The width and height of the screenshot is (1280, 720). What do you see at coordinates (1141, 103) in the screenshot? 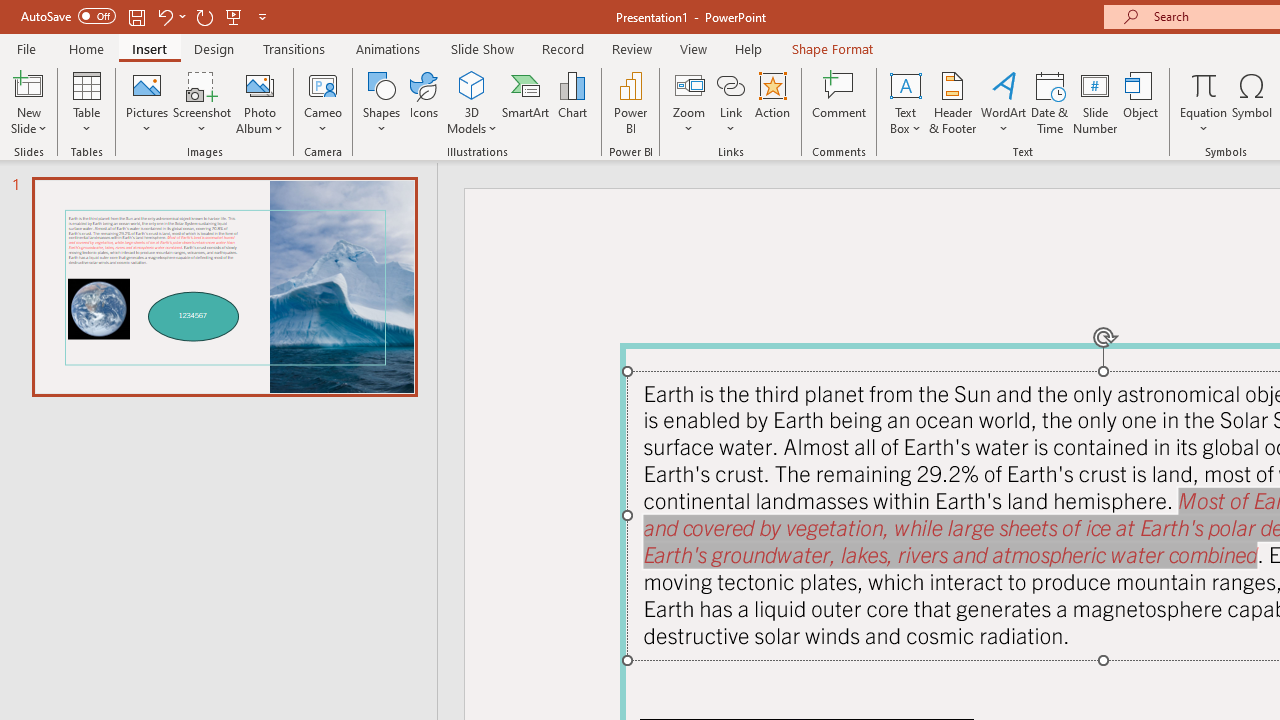
I see `'Object...'` at bounding box center [1141, 103].